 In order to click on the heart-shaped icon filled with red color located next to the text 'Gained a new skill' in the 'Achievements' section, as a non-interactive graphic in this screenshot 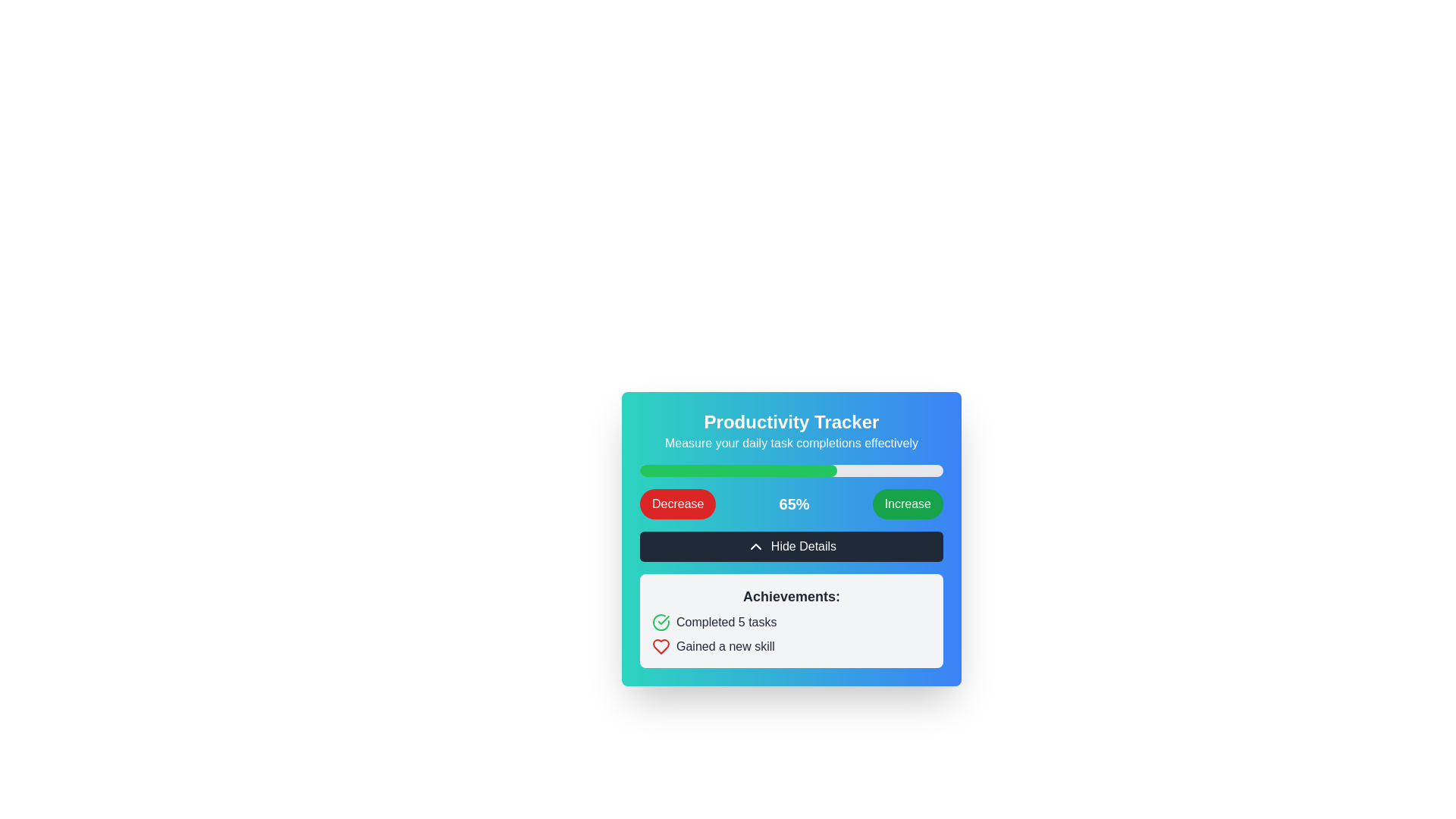, I will do `click(661, 646)`.